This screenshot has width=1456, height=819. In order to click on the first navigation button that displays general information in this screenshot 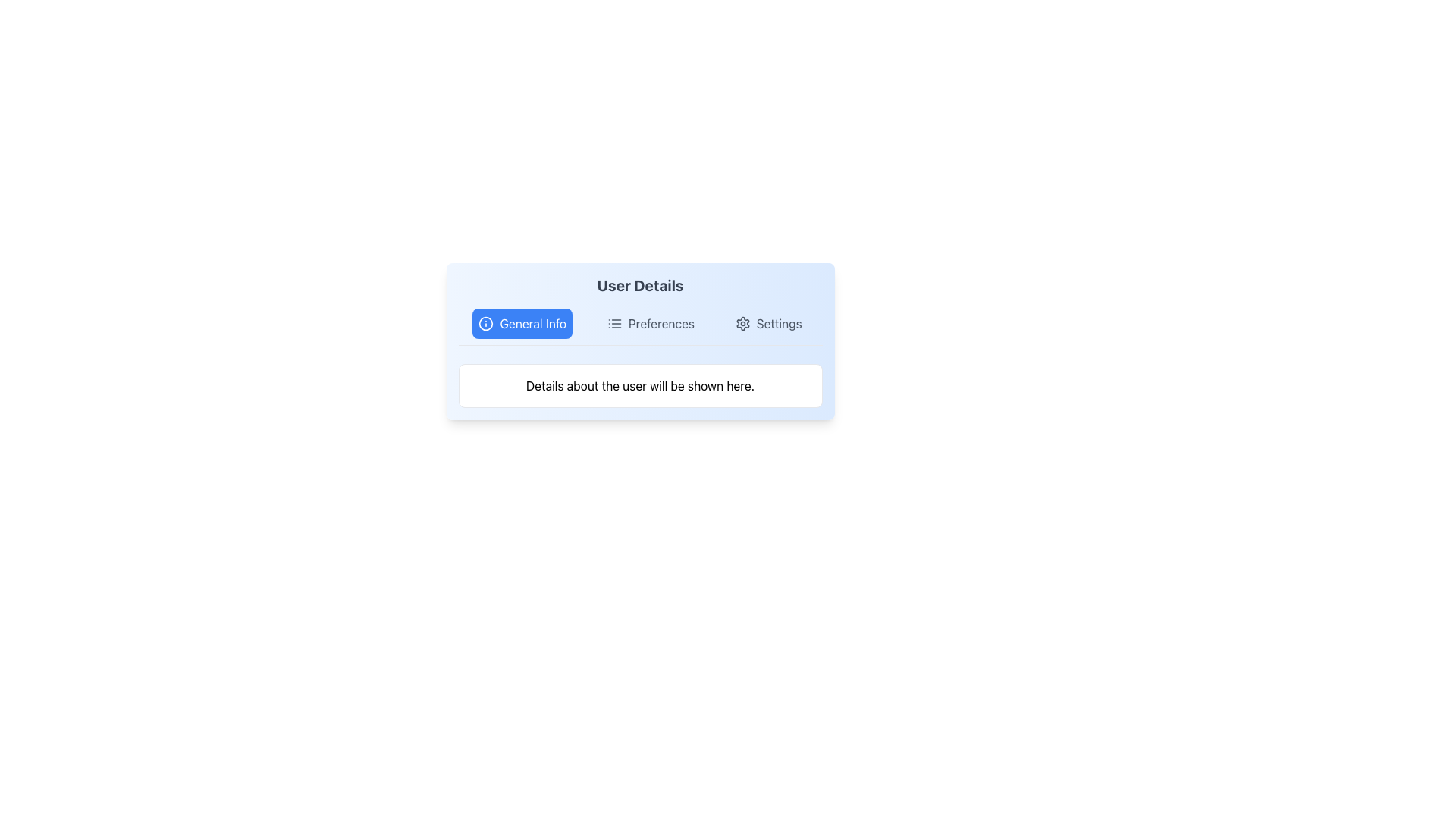, I will do `click(522, 323)`.